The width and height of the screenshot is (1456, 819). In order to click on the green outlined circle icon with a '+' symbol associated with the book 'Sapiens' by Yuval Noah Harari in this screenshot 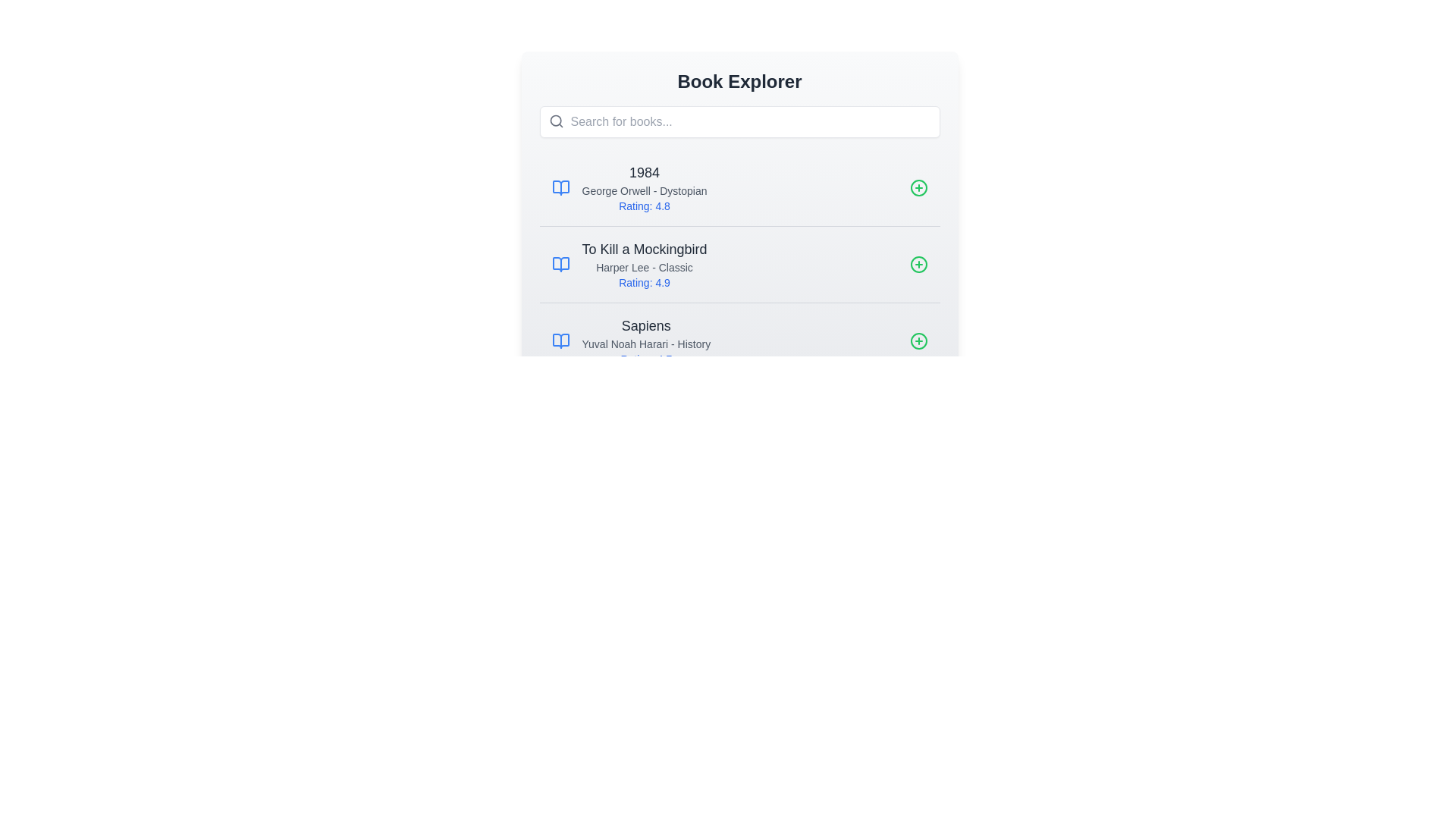, I will do `click(918, 341)`.